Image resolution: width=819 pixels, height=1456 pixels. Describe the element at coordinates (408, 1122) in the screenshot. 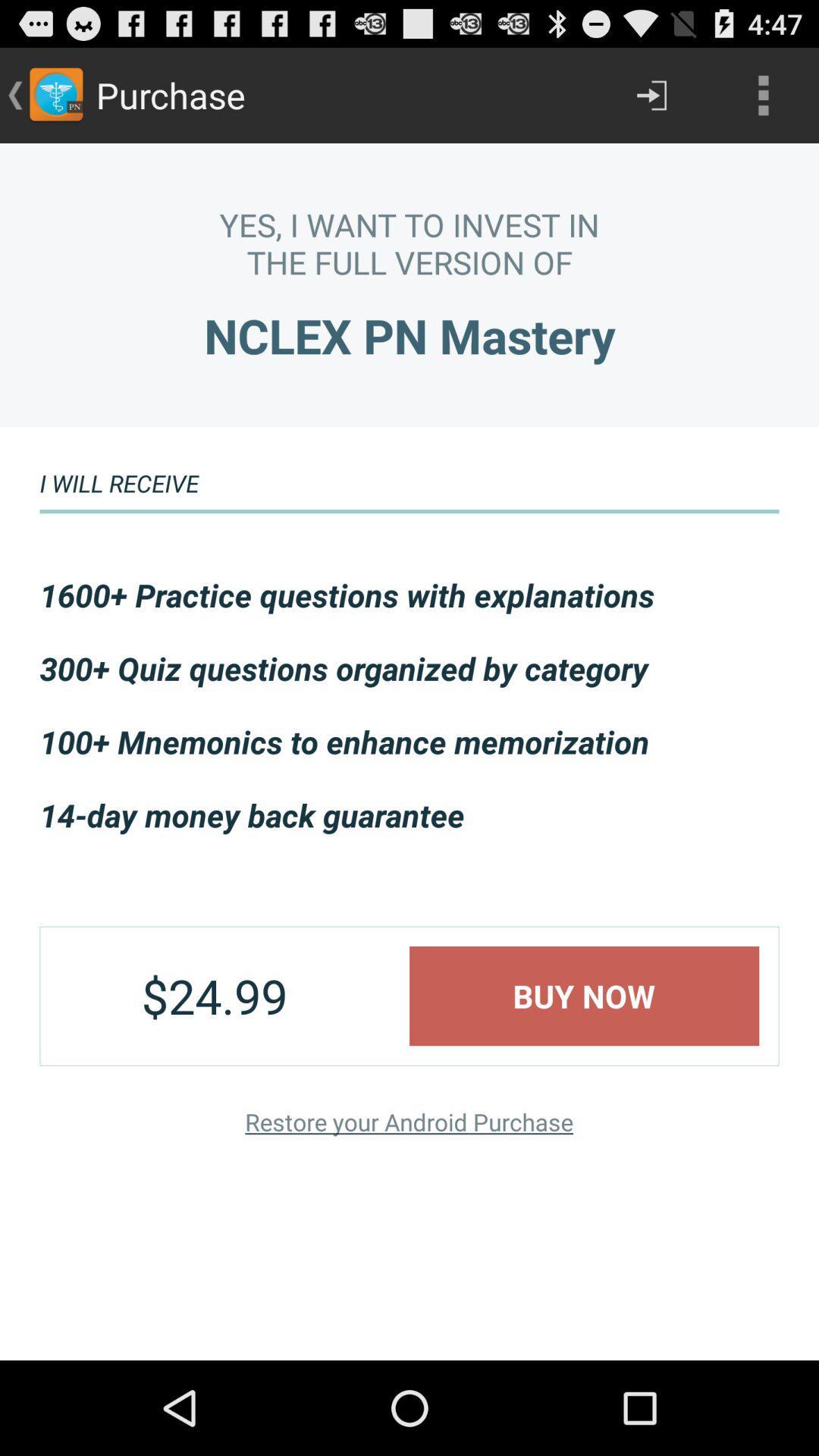

I see `the item below $24.99` at that location.